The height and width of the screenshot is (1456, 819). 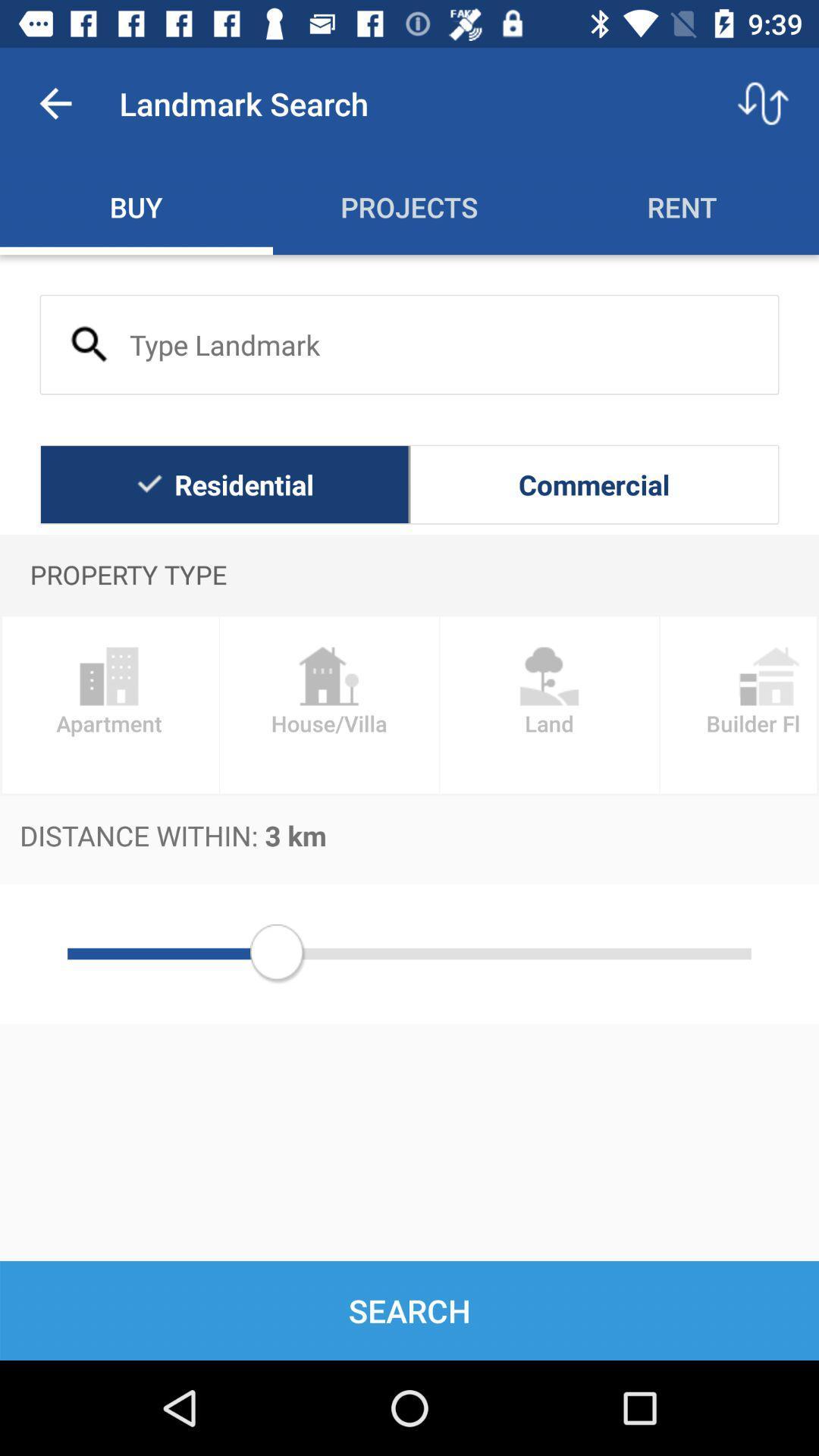 I want to click on the apartment item, so click(x=108, y=704).